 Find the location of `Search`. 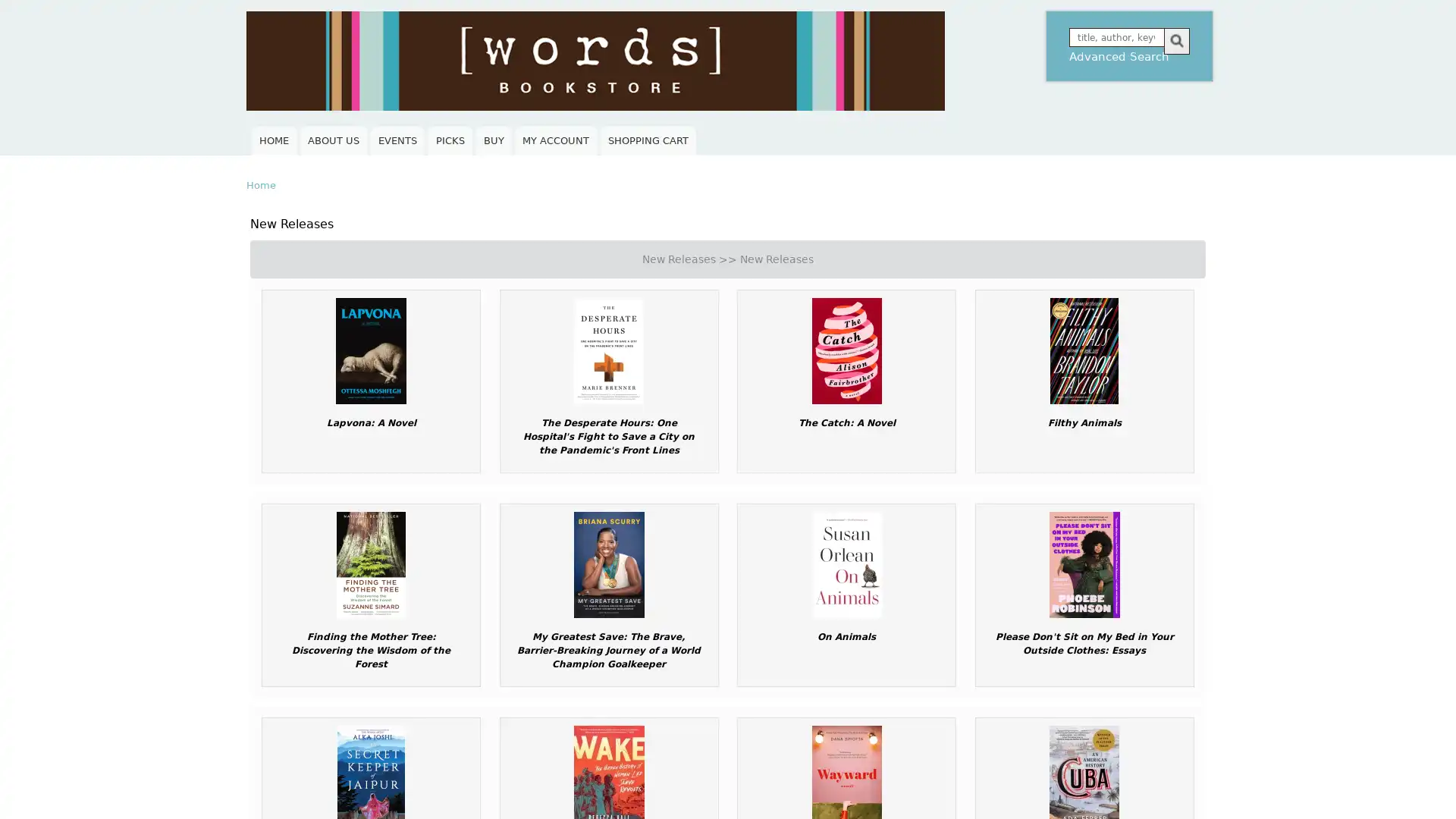

Search is located at coordinates (1175, 40).